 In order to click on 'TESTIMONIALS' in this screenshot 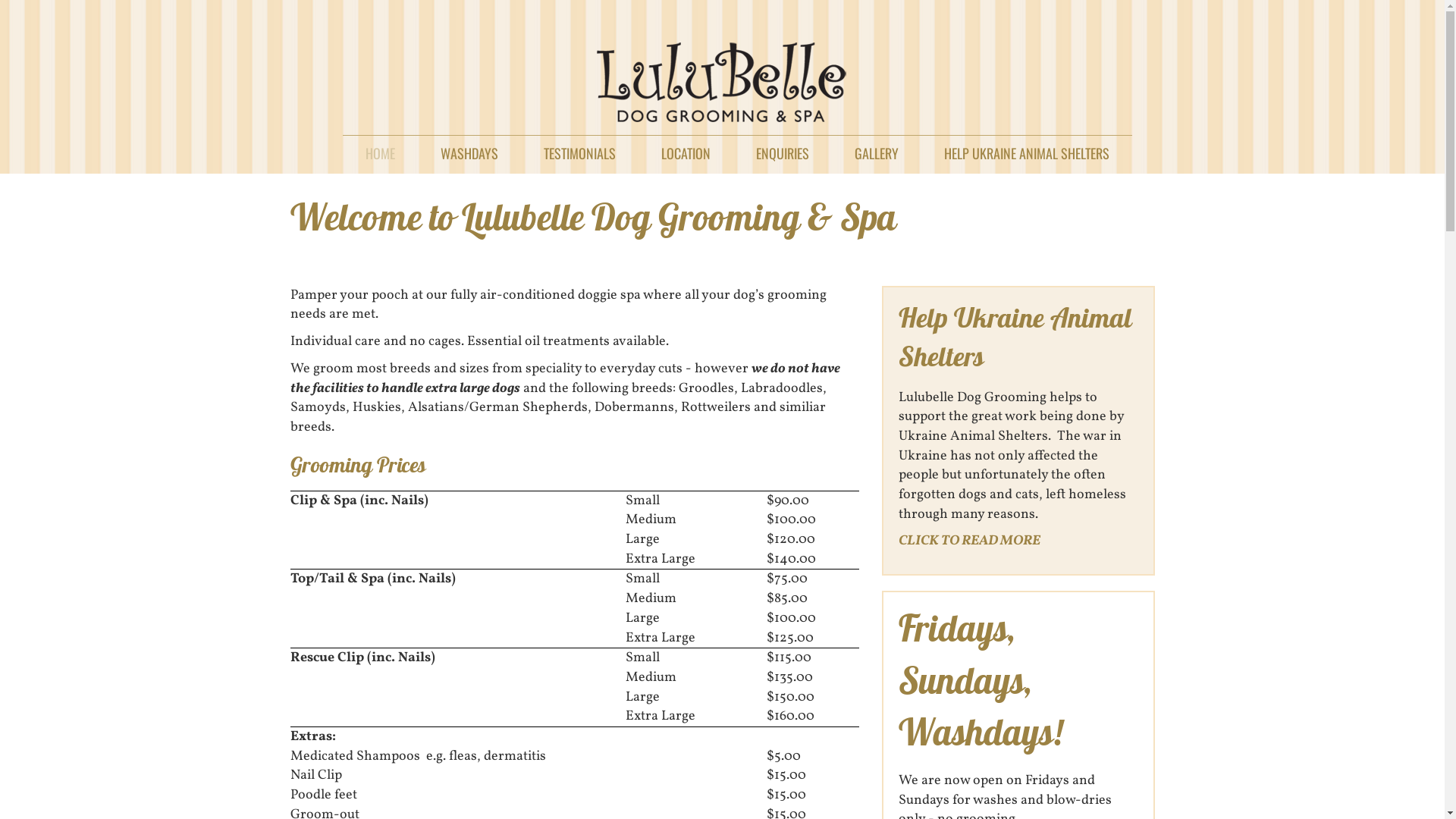, I will do `click(579, 149)`.